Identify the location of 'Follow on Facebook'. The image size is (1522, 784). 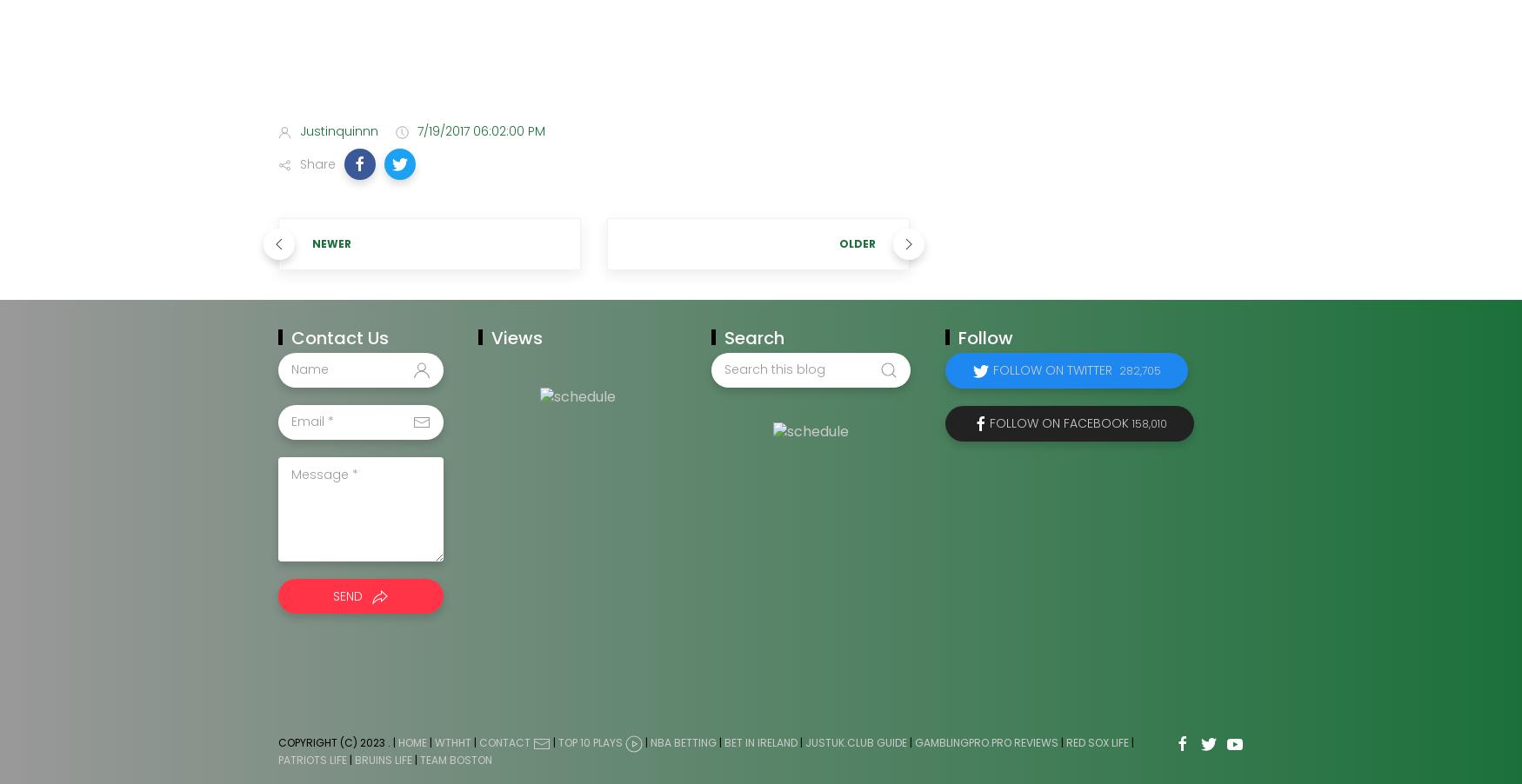
(987, 421).